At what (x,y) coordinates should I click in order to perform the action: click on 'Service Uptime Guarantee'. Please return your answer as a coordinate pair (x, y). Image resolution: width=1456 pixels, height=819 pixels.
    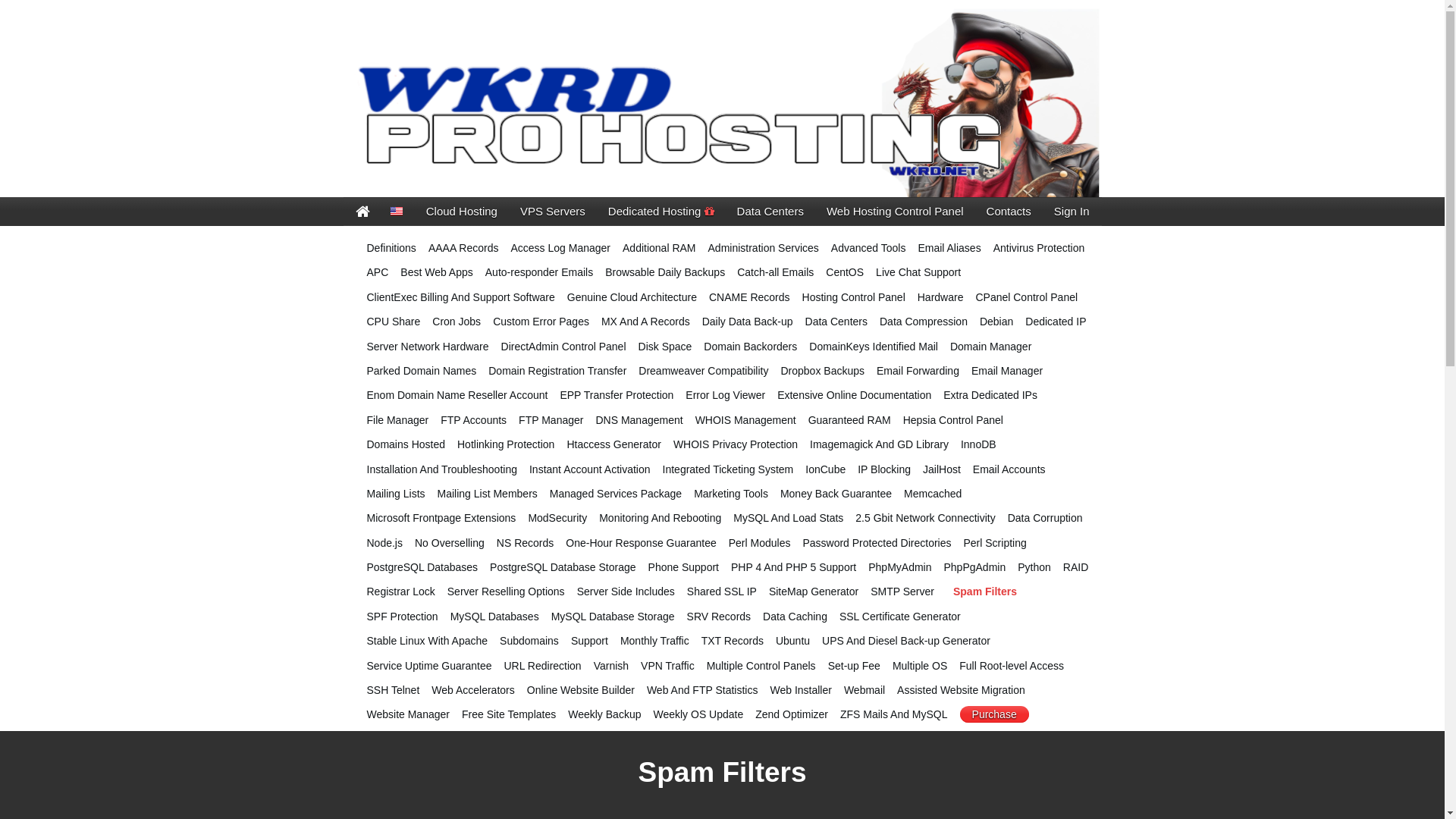
    Looking at the image, I should click on (428, 665).